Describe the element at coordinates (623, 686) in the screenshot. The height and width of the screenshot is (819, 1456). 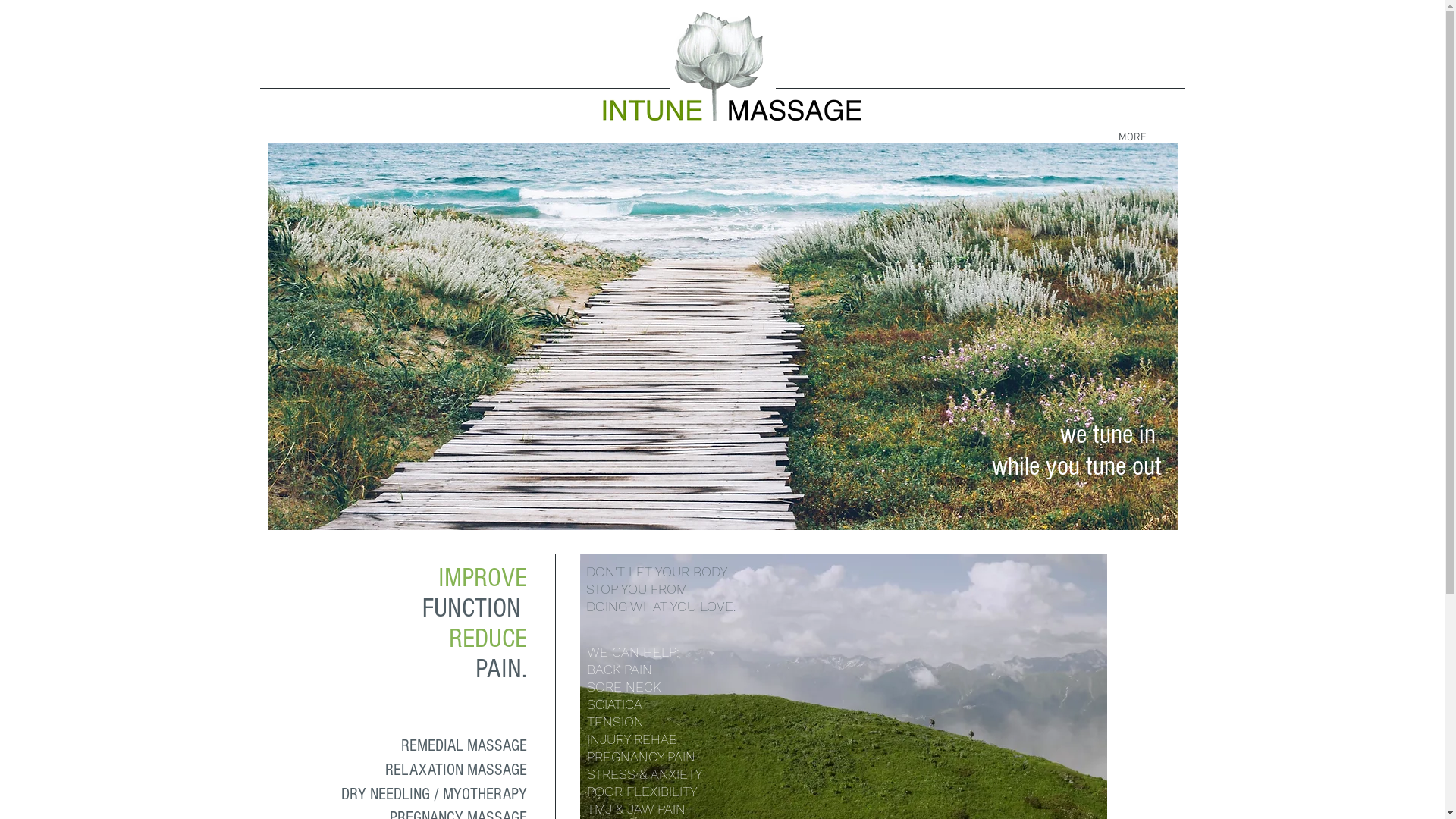
I see `'SORE NECK'` at that location.